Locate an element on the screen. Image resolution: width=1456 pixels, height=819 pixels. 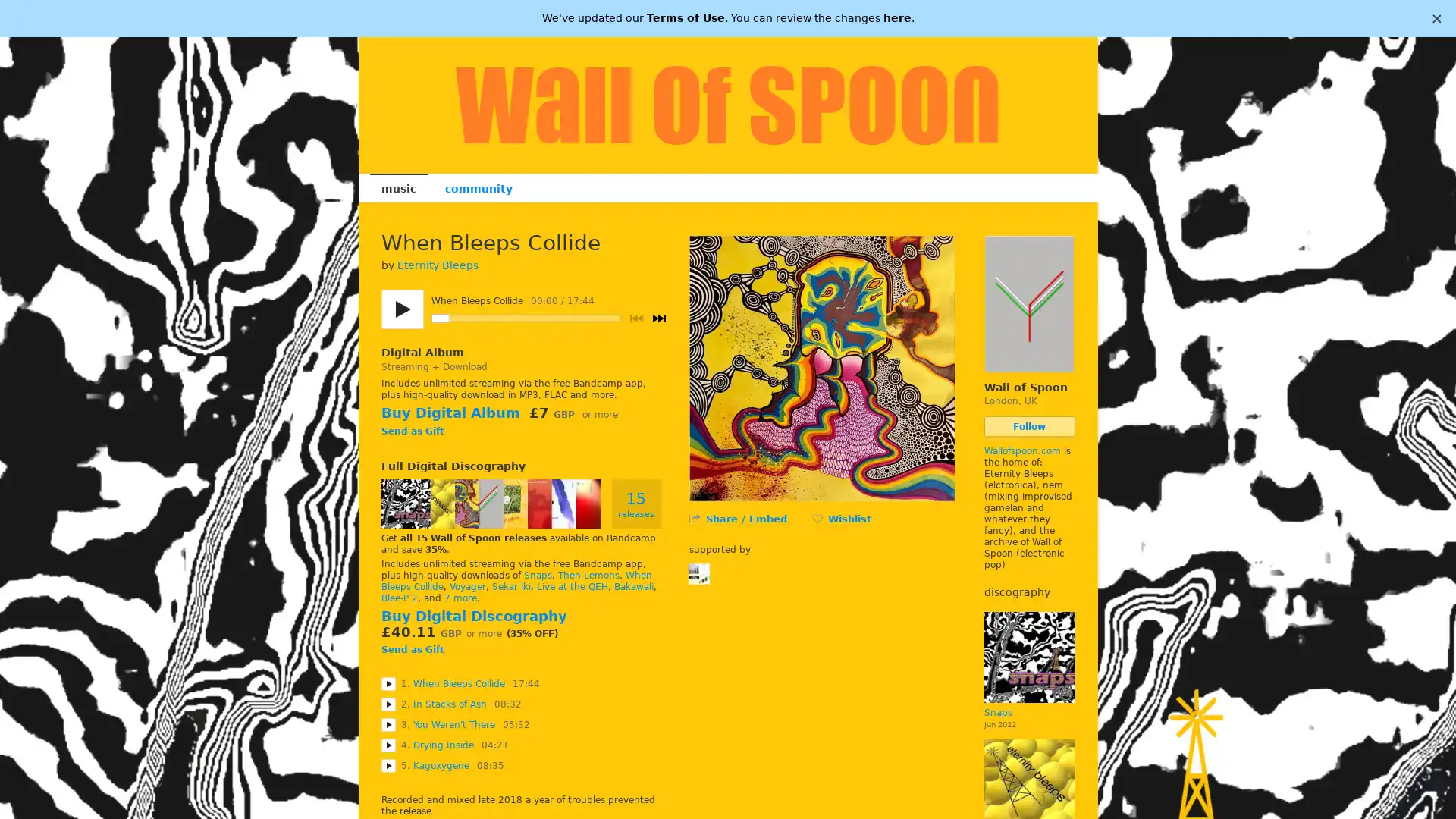
Share / Embed is located at coordinates (745, 518).